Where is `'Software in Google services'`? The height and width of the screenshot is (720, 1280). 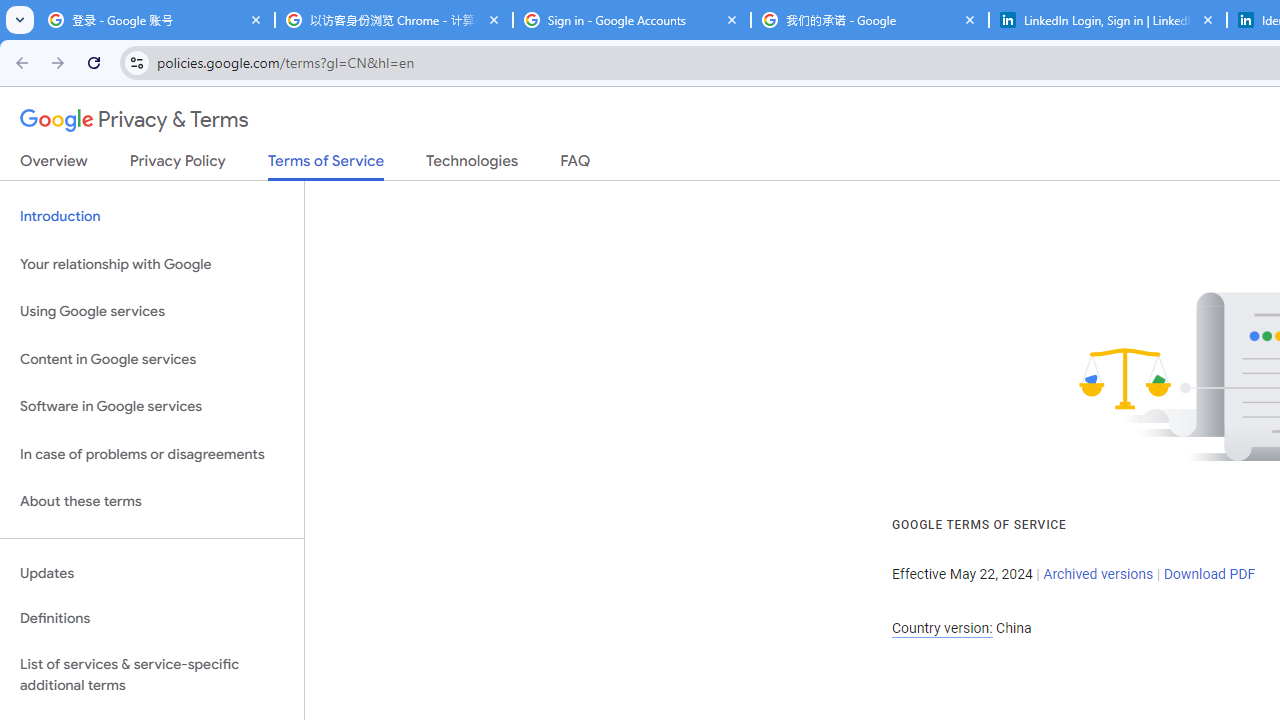 'Software in Google services' is located at coordinates (151, 406).